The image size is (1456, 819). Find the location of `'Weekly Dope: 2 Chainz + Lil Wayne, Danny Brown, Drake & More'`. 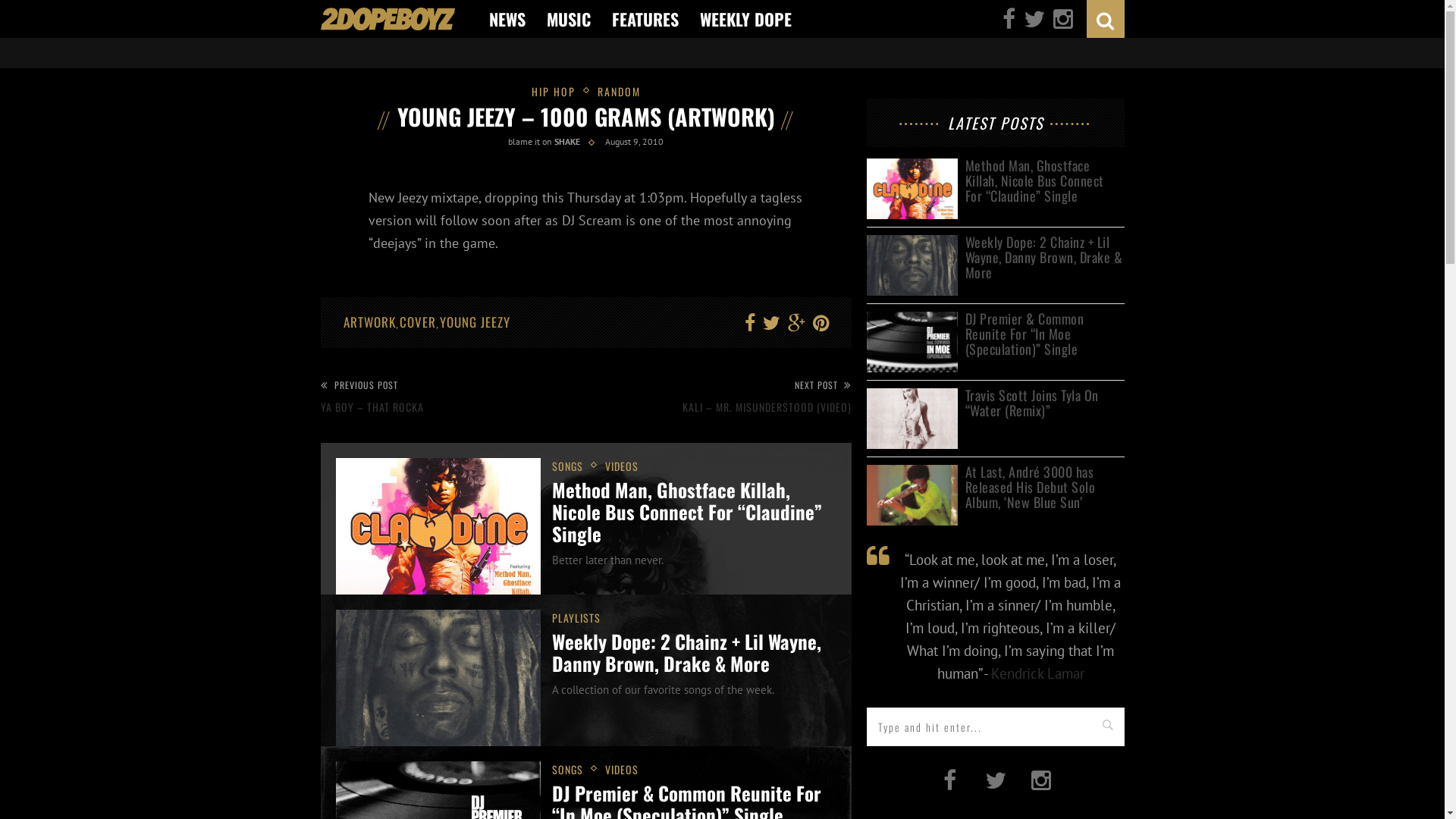

'Weekly Dope: 2 Chainz + Lil Wayne, Danny Brown, Drake & More' is located at coordinates (686, 651).